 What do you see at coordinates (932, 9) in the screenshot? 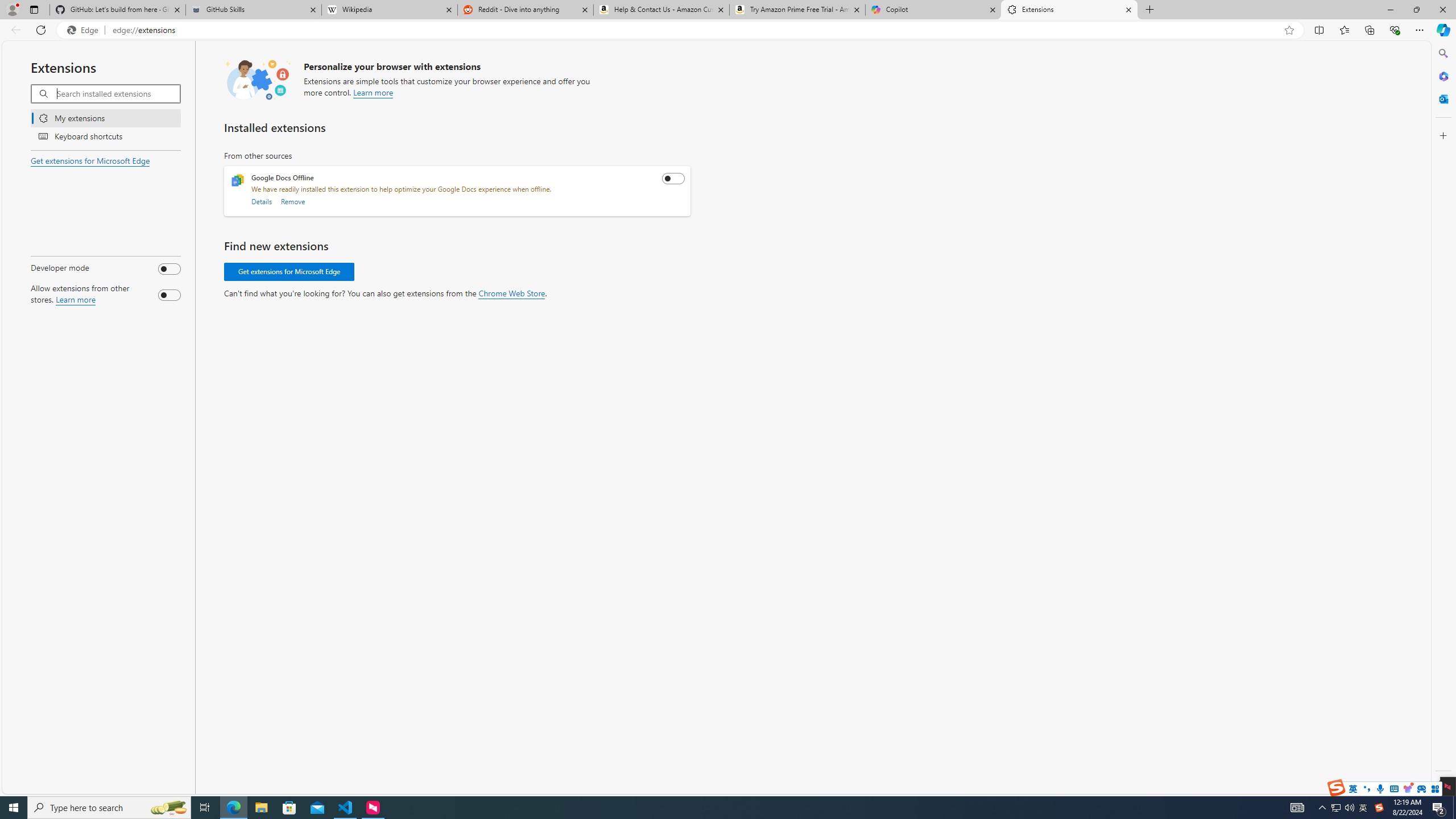
I see `'Copilot'` at bounding box center [932, 9].